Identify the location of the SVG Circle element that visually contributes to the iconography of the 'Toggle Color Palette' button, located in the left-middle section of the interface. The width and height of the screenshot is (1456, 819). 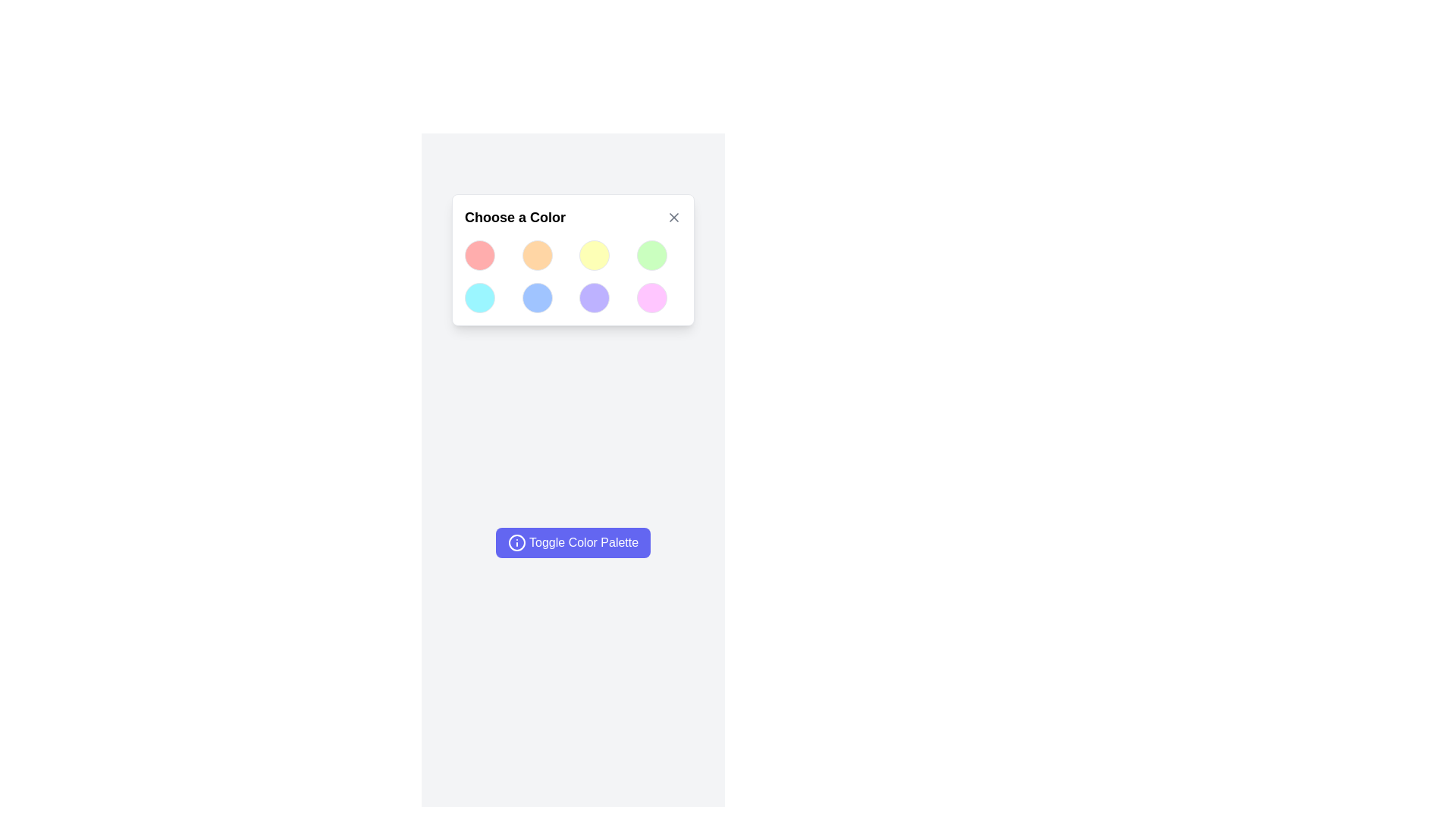
(516, 542).